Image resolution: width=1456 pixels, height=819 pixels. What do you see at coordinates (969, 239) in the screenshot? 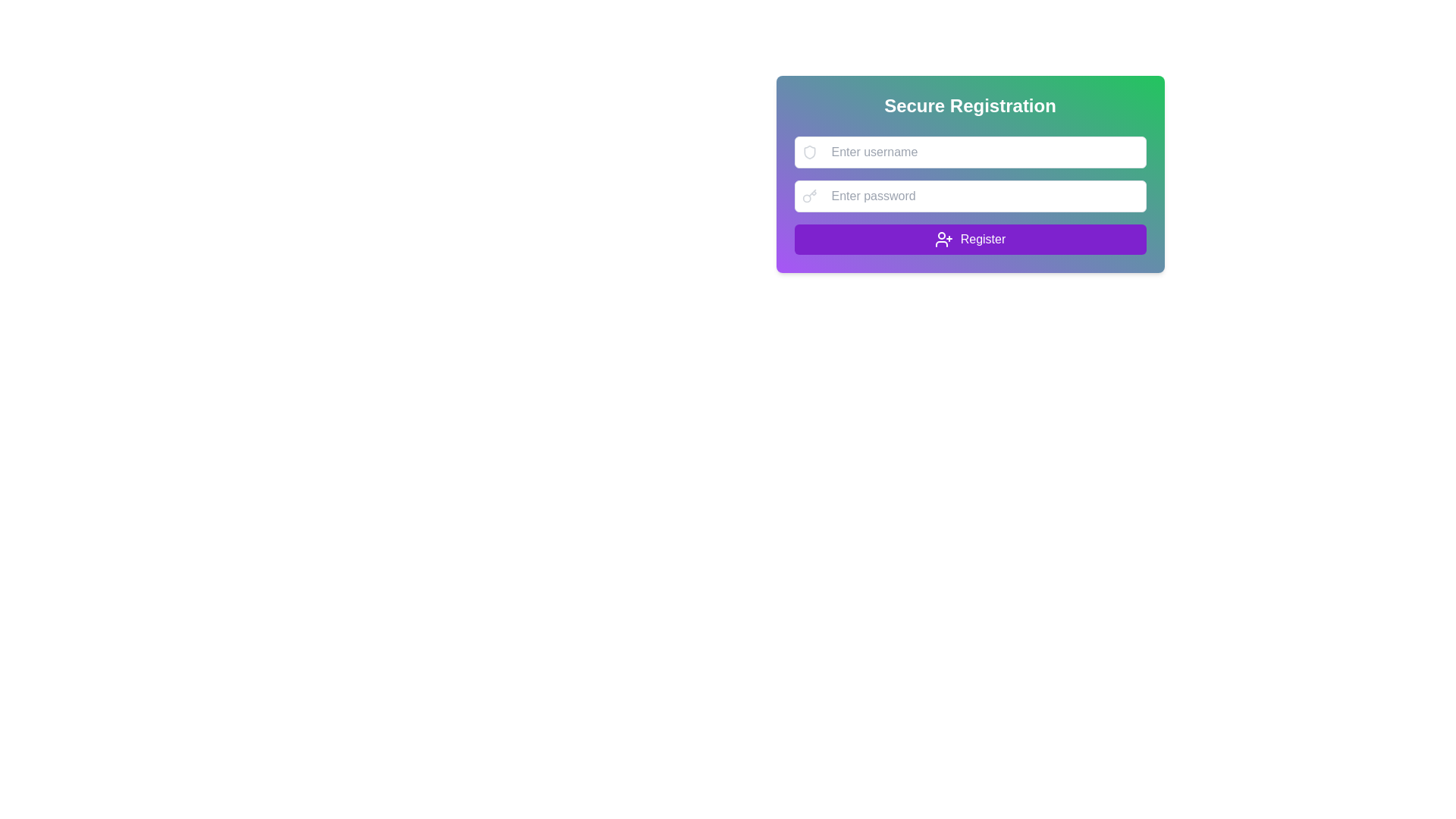
I see `the registration button located at the bottom of the registration form to proceed with the registration process` at bounding box center [969, 239].